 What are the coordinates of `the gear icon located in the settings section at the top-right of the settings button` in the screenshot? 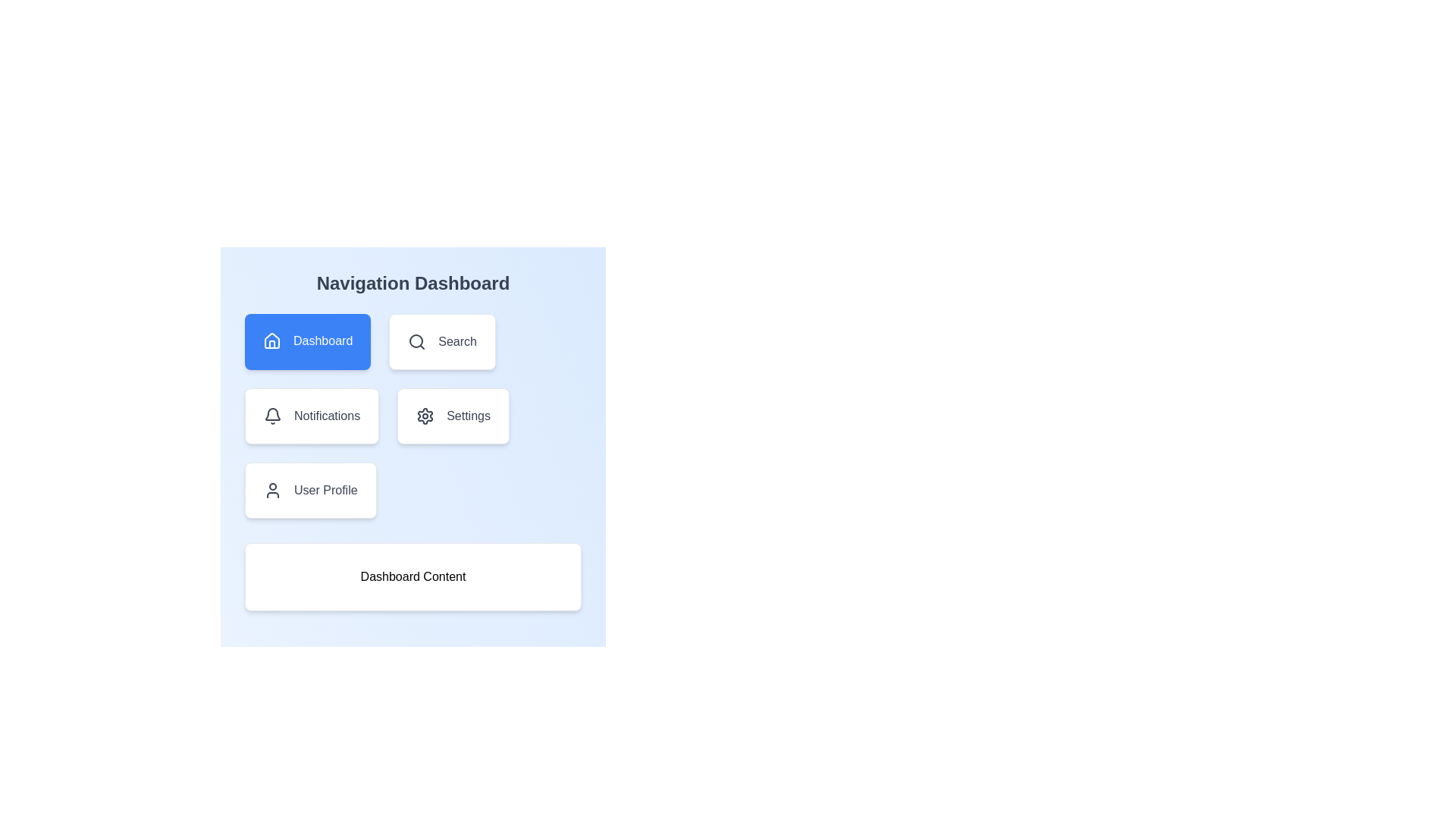 It's located at (425, 416).